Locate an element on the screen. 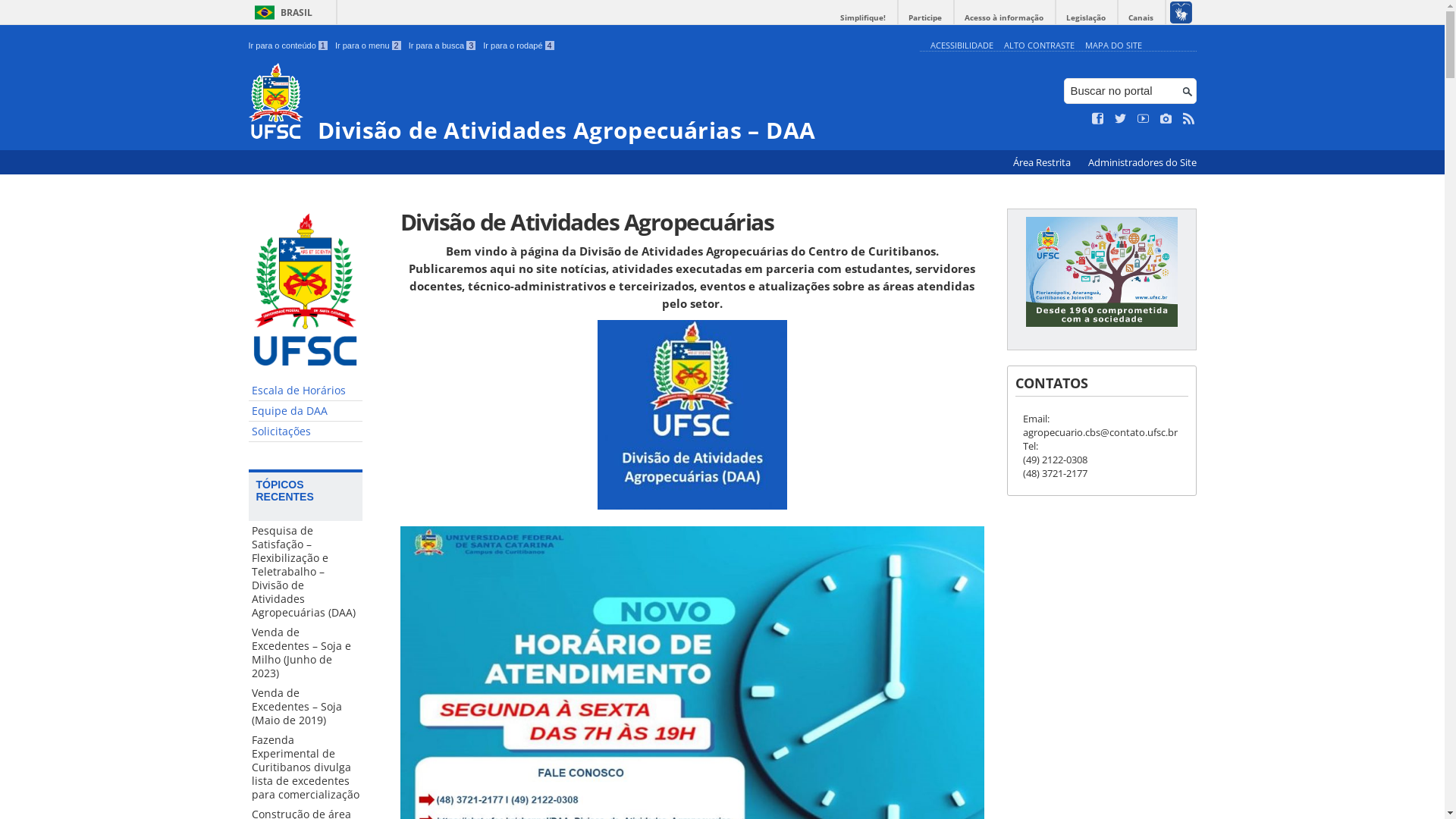  'ACESSIBILIDADE' is located at coordinates (960, 44).